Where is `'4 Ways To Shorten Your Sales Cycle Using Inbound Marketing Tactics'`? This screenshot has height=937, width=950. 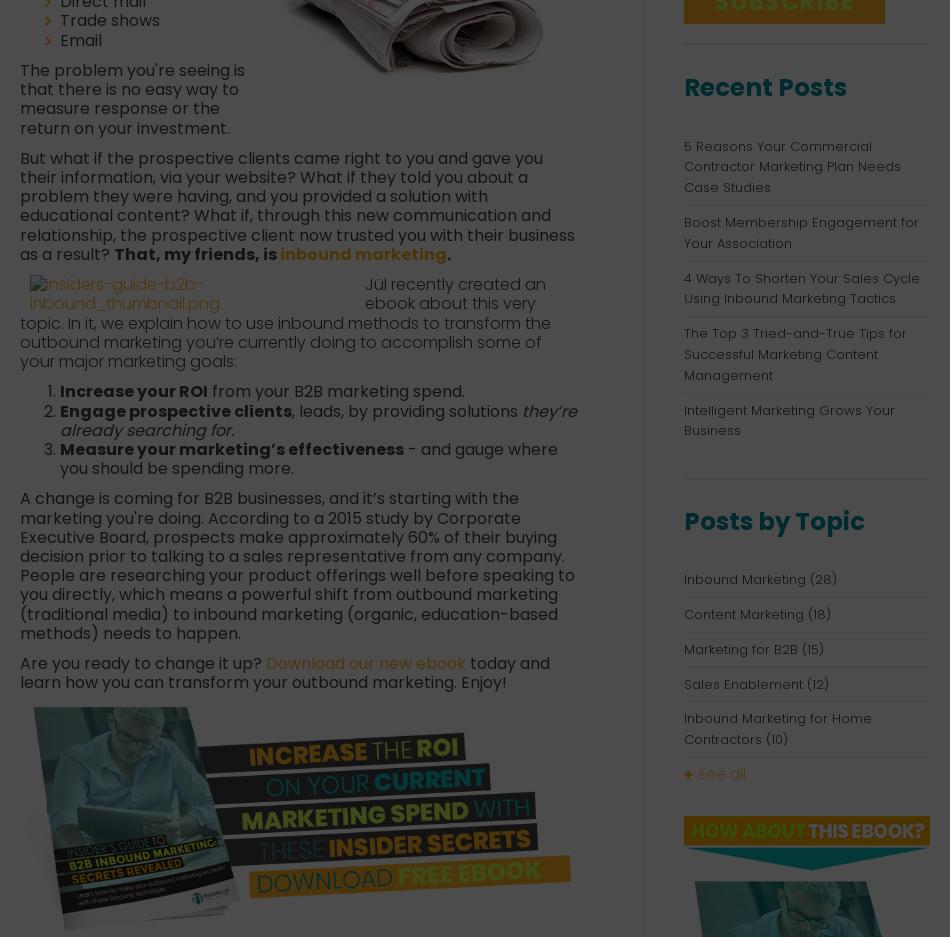
'4 Ways To Shorten Your Sales Cycle Using Inbound Marketing Tactics' is located at coordinates (800, 288).